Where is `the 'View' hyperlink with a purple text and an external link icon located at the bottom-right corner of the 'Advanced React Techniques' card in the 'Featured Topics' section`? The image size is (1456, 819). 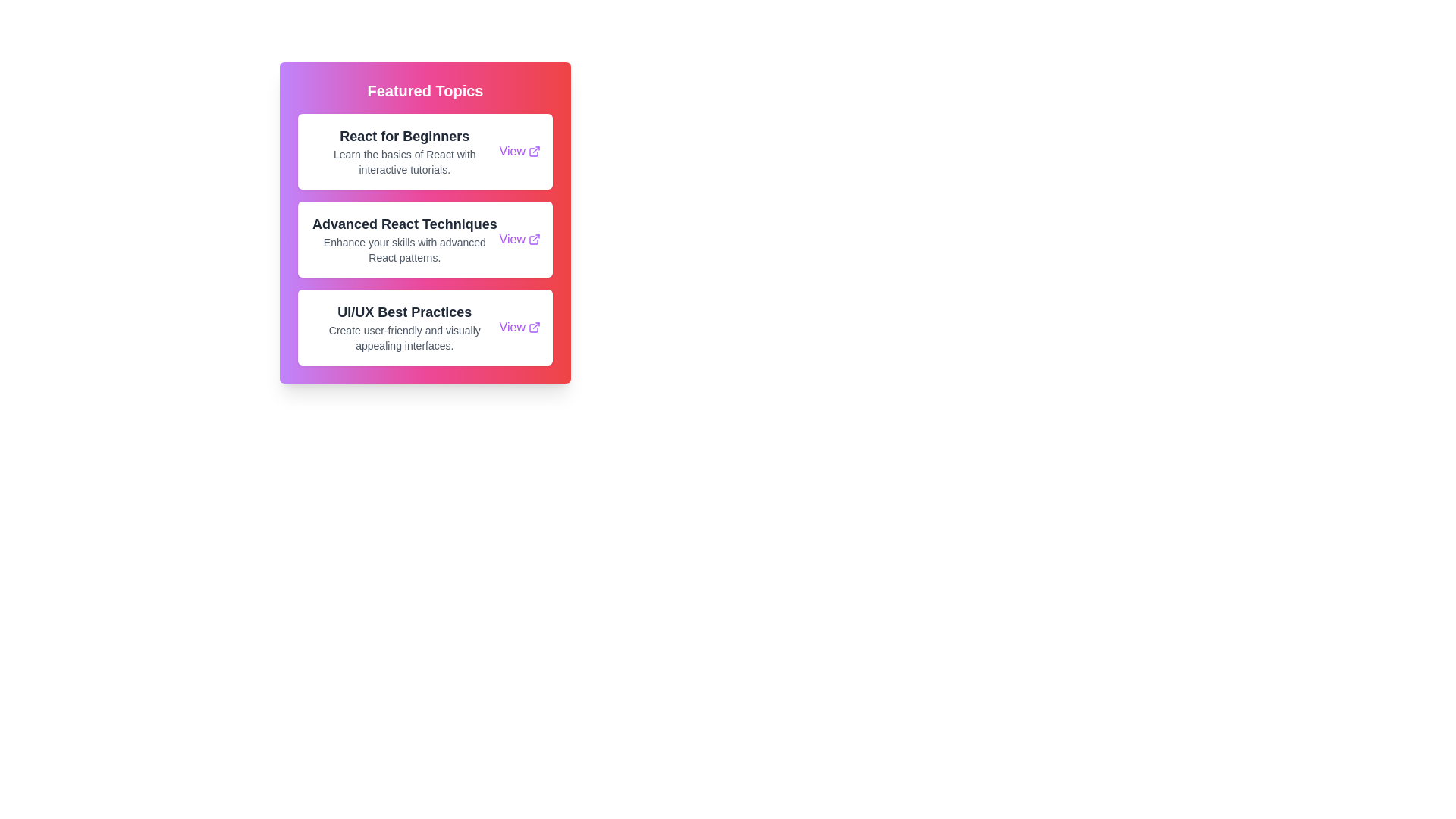
the 'View' hyperlink with a purple text and an external link icon located at the bottom-right corner of the 'Advanced React Techniques' card in the 'Featured Topics' section is located at coordinates (519, 239).